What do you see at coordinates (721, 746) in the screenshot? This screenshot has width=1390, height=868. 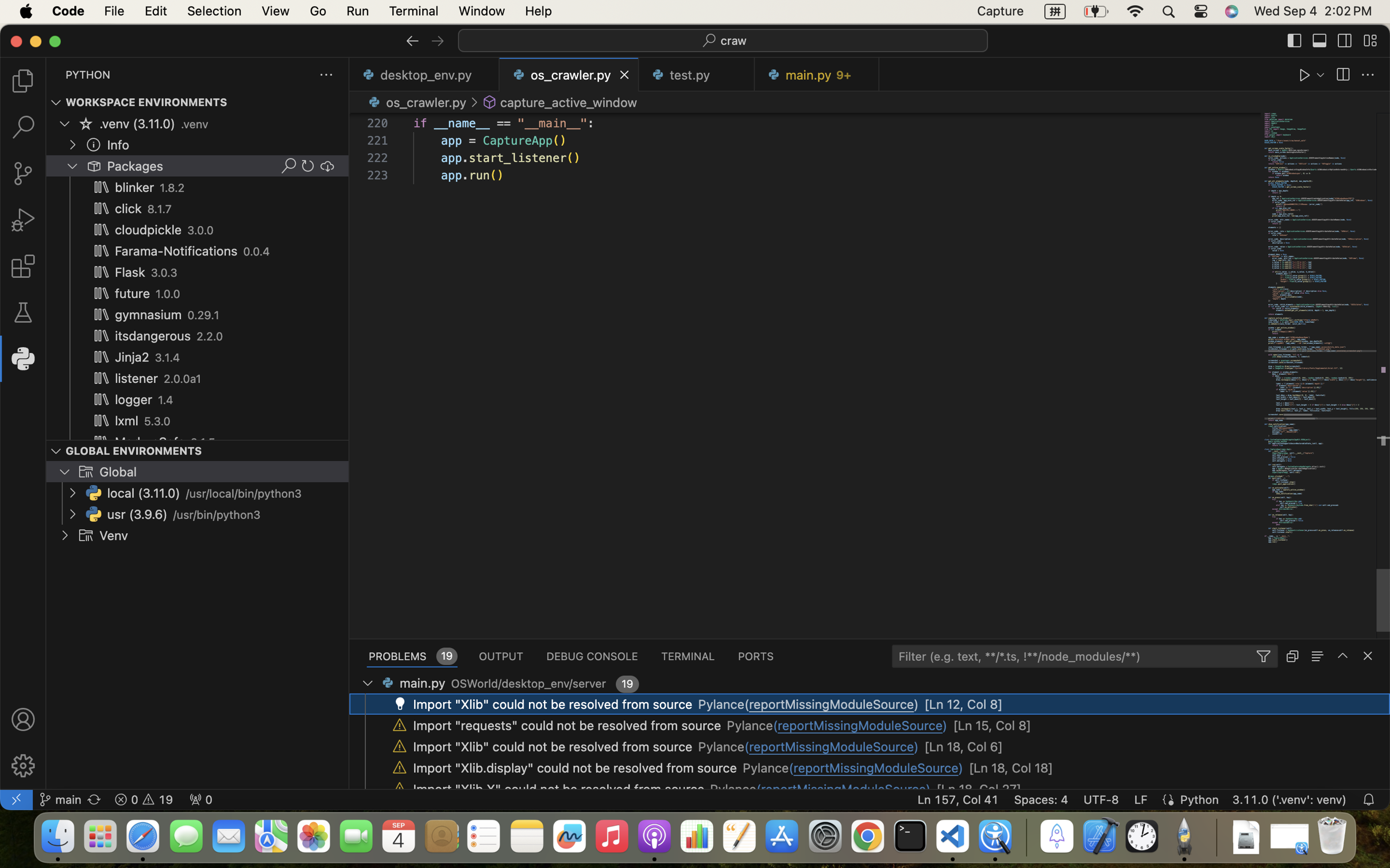 I see `'Pylance'` at bounding box center [721, 746].